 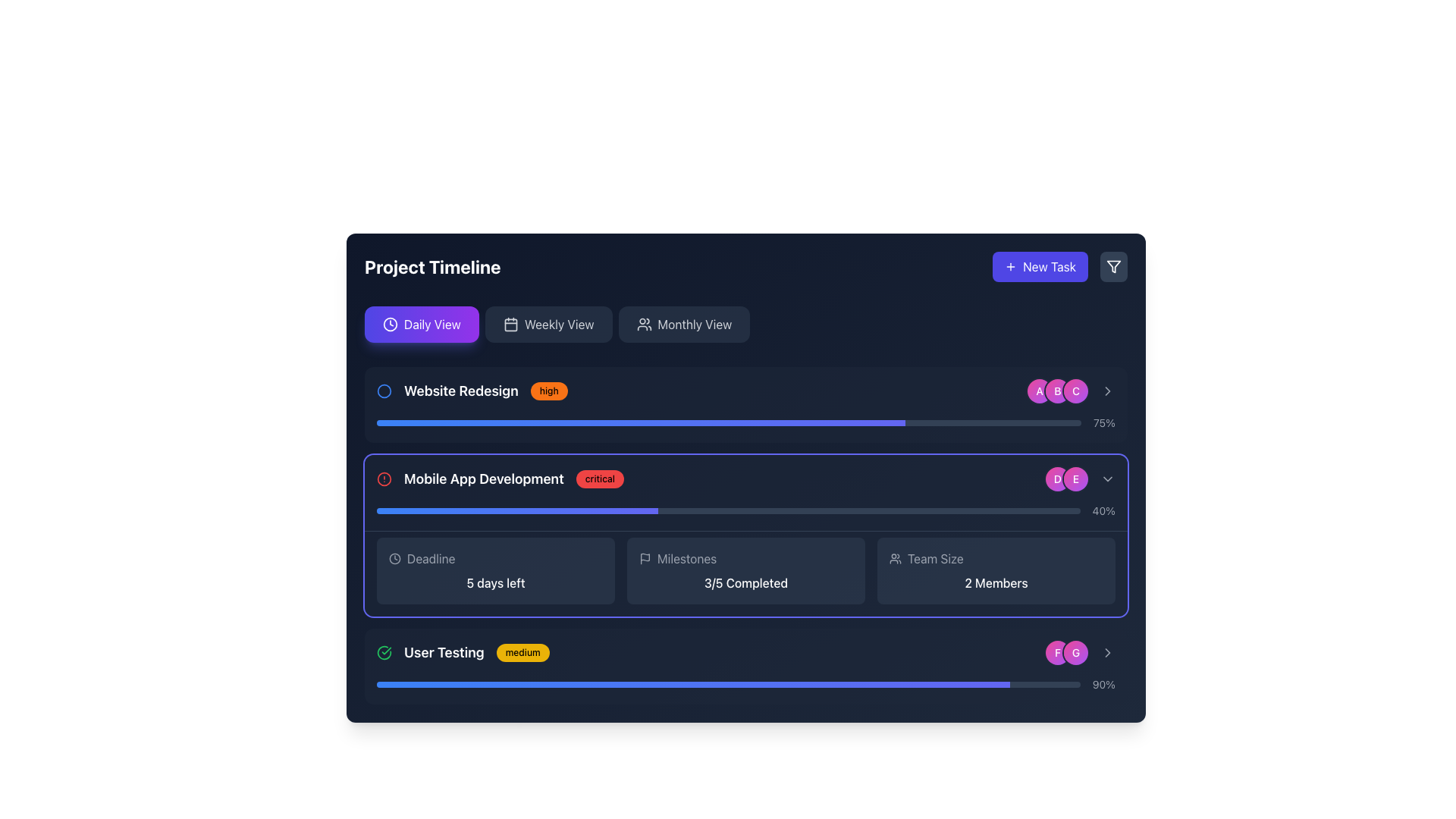 I want to click on the 'New Task' button with a purple background and white text, so click(x=1040, y=265).